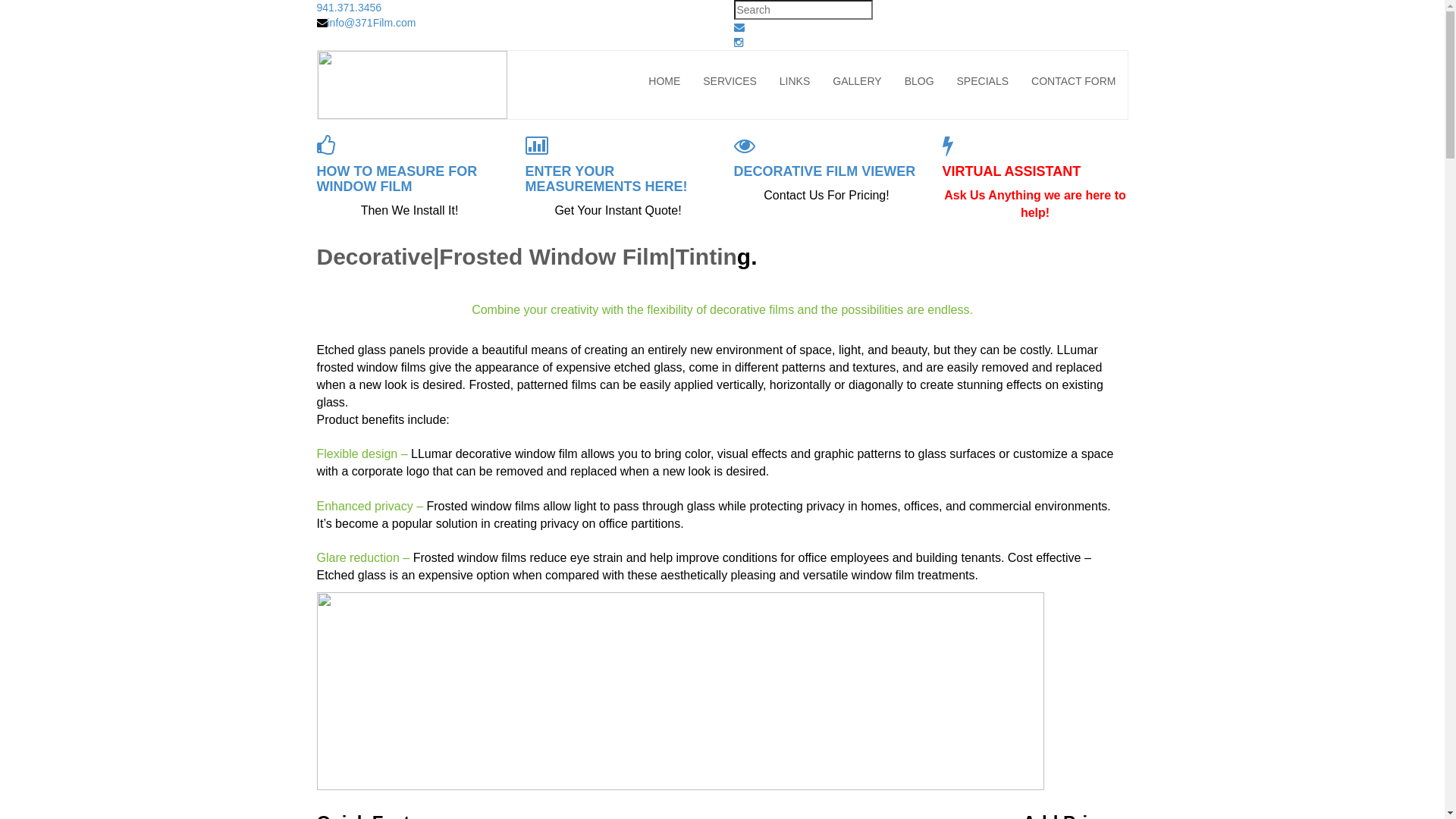 The height and width of the screenshot is (819, 1456). I want to click on 'HOW TO MEASURE FOR WINDOW FILM, so click(409, 176).